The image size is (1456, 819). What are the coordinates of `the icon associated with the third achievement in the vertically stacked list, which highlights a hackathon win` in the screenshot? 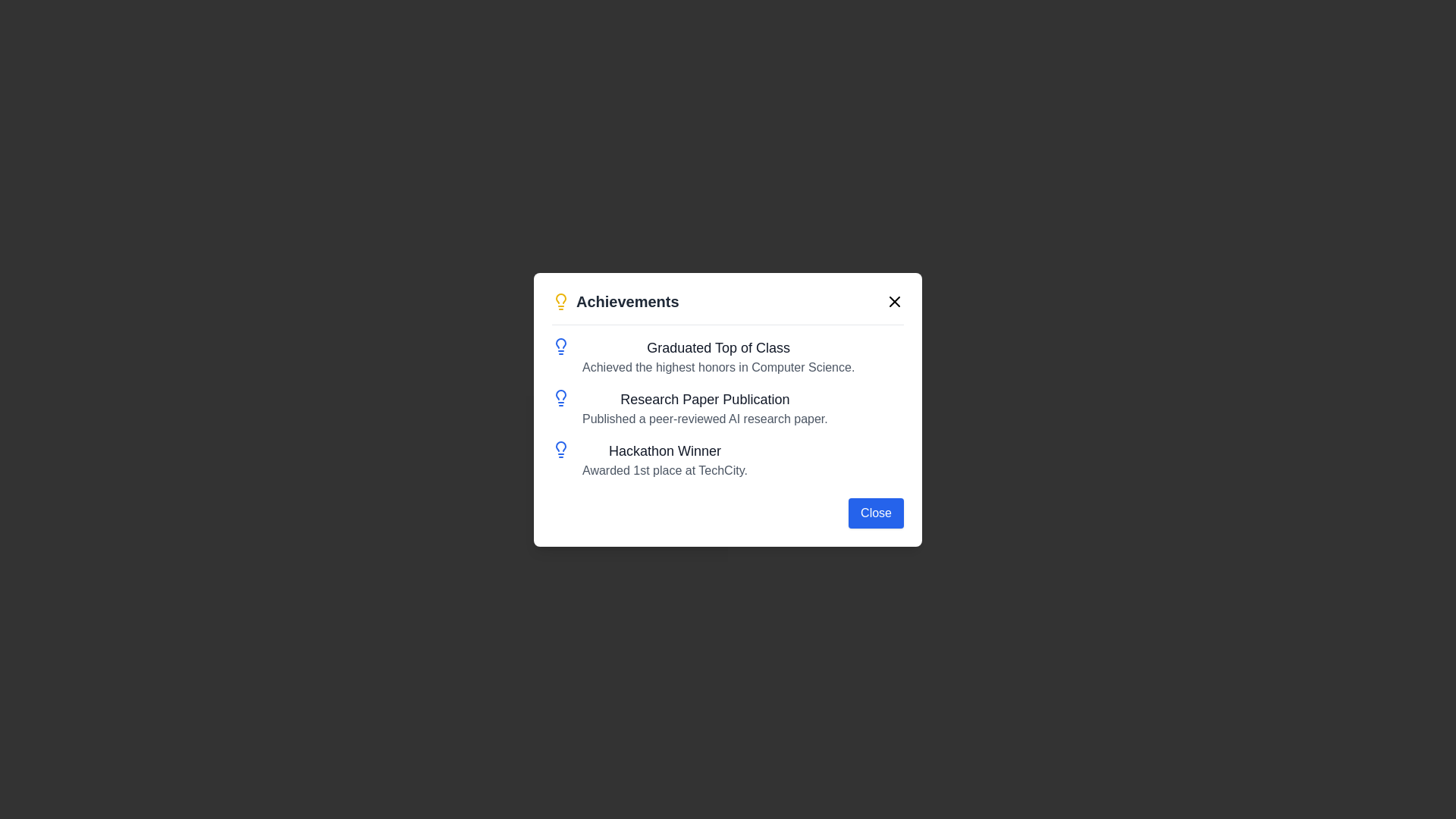 It's located at (728, 459).